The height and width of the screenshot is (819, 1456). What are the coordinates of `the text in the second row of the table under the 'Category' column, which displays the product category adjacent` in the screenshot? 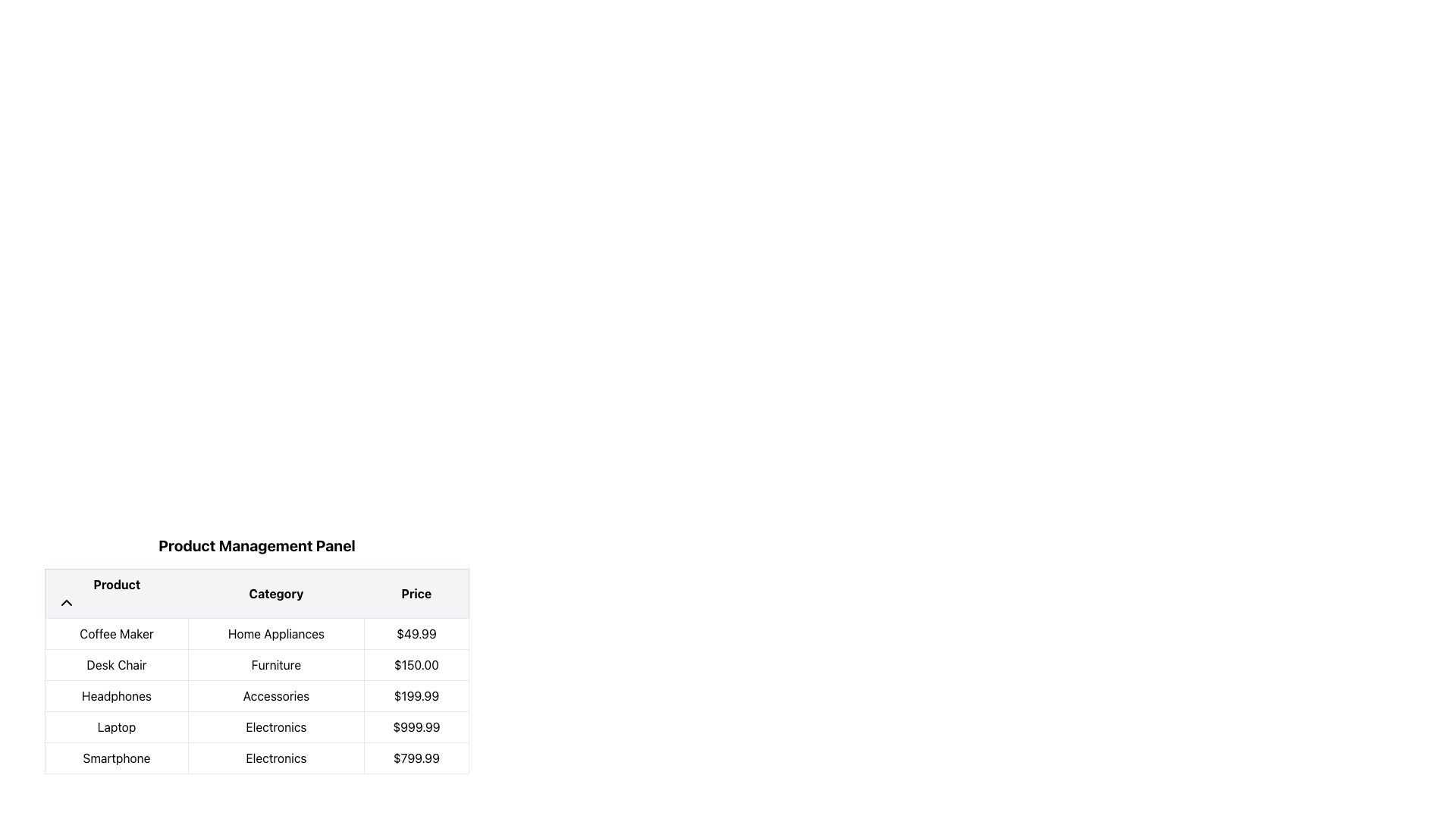 It's located at (276, 664).